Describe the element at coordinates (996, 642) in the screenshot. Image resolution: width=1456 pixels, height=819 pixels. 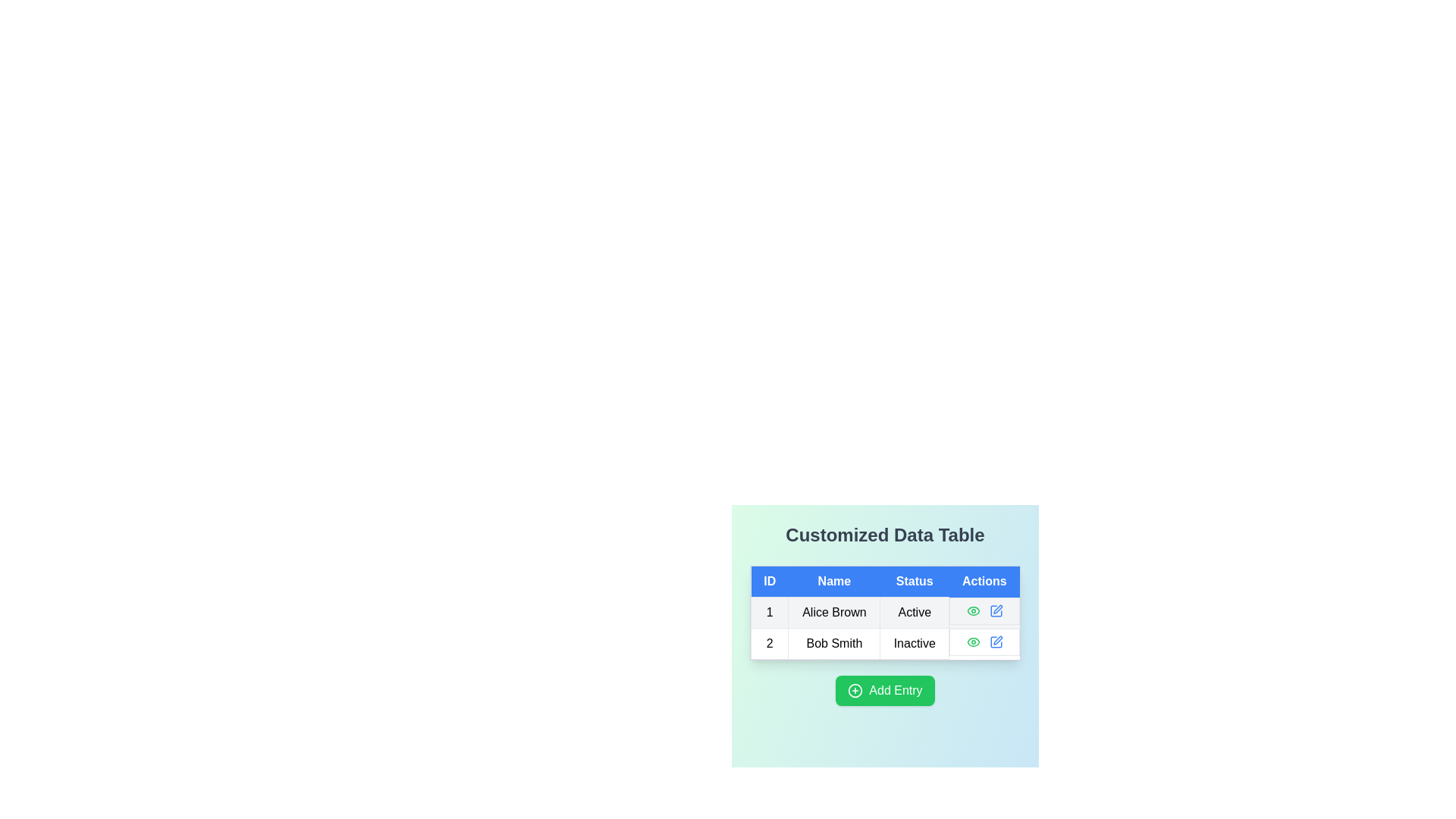
I see `the blue square icon with a pencil symbol in the 'Actions' column of the second row for 'Bob Smith'` at that location.